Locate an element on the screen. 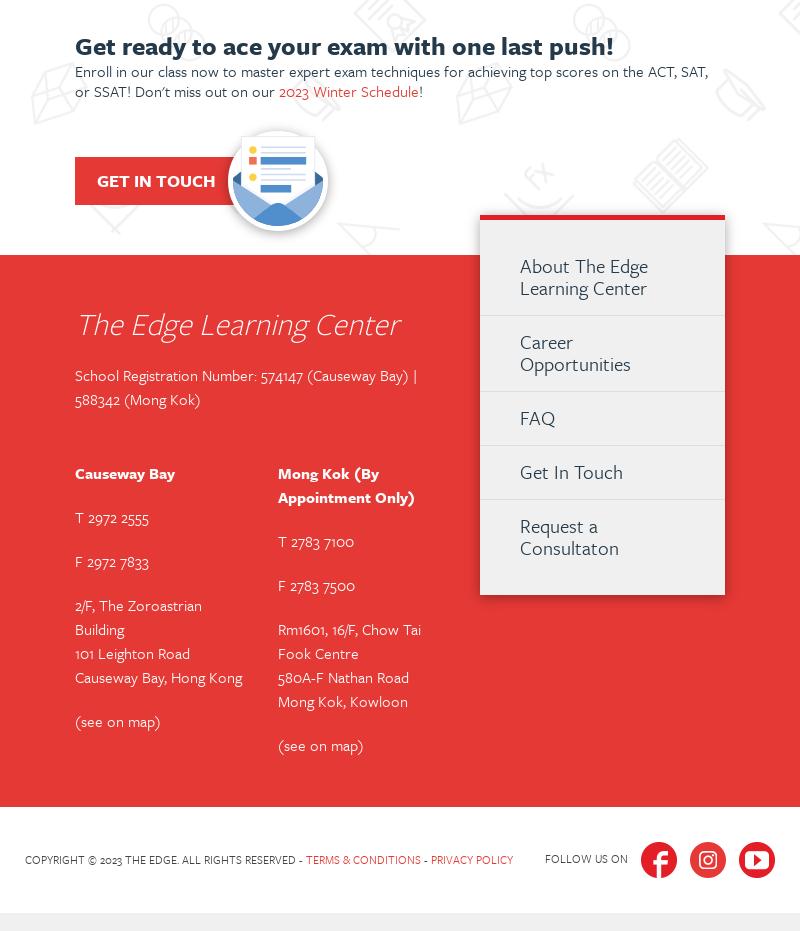 The height and width of the screenshot is (931, 800). 'The Edge Learning Center' is located at coordinates (236, 321).